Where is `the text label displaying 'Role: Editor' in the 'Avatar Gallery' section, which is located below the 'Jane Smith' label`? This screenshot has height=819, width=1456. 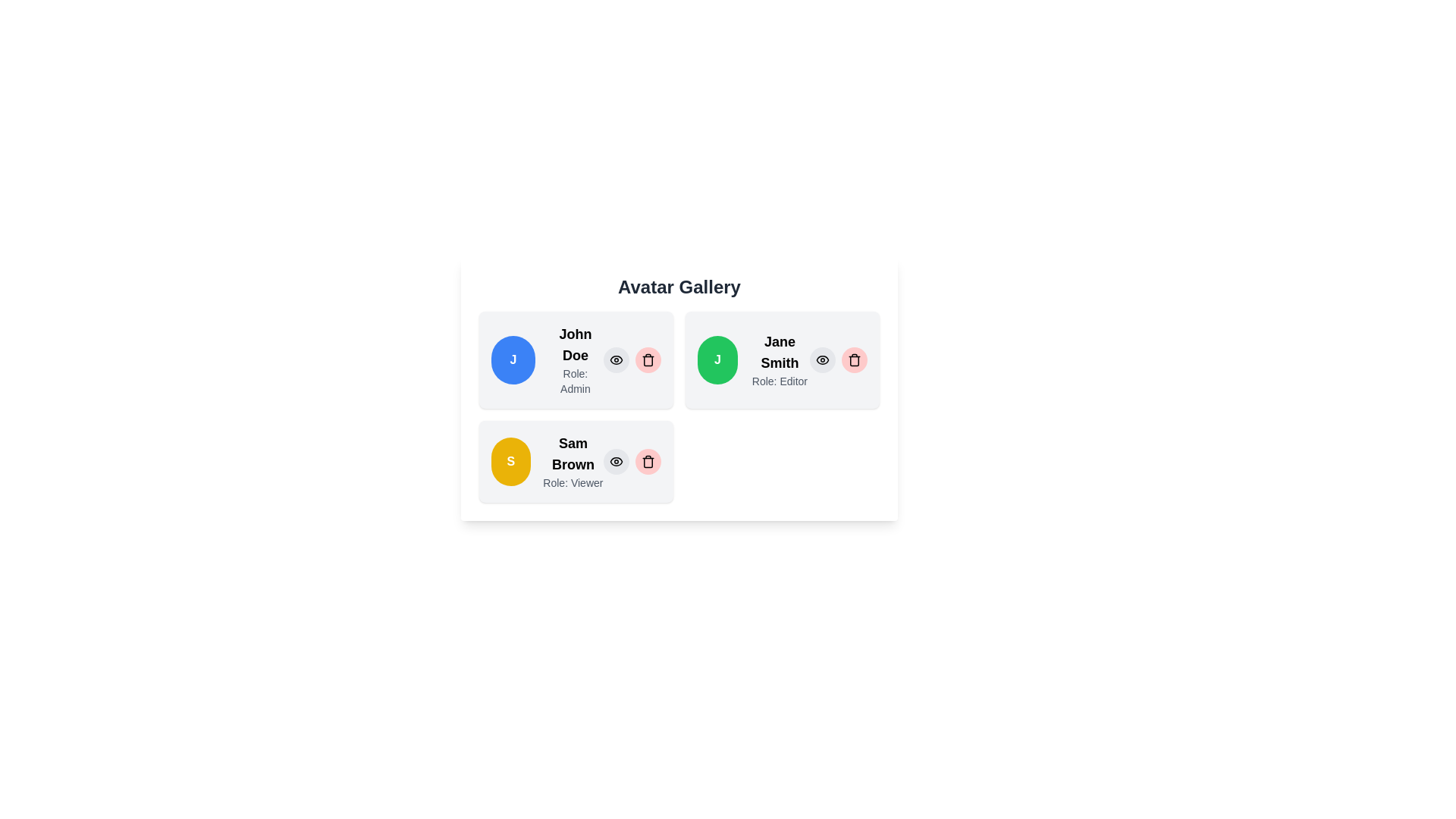
the text label displaying 'Role: Editor' in the 'Avatar Gallery' section, which is located below the 'Jane Smith' label is located at coordinates (780, 380).